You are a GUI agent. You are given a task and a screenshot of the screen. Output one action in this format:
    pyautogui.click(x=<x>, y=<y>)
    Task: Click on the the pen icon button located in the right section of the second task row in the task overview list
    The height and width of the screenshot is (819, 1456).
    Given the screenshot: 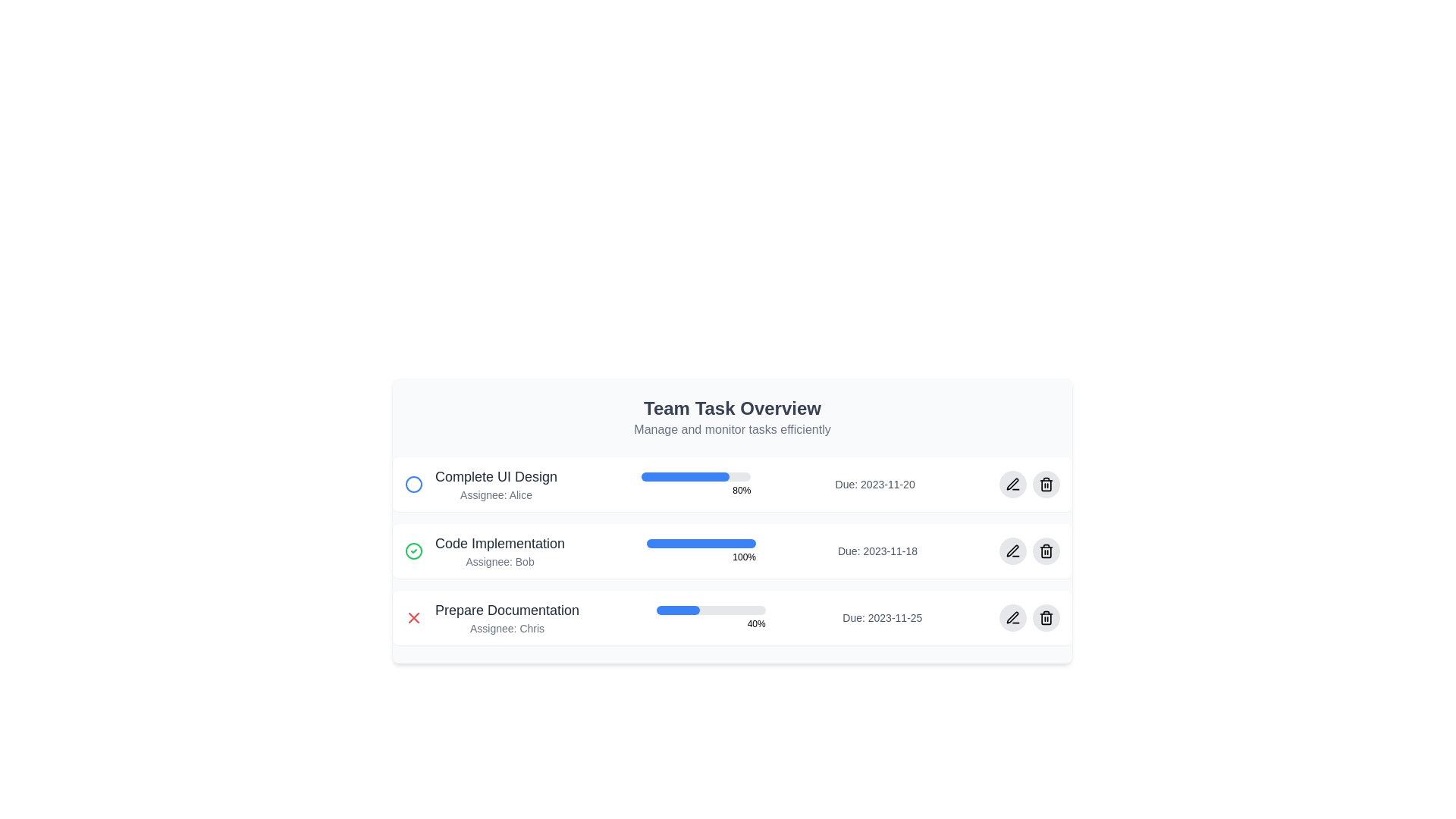 What is the action you would take?
    pyautogui.click(x=1012, y=551)
    